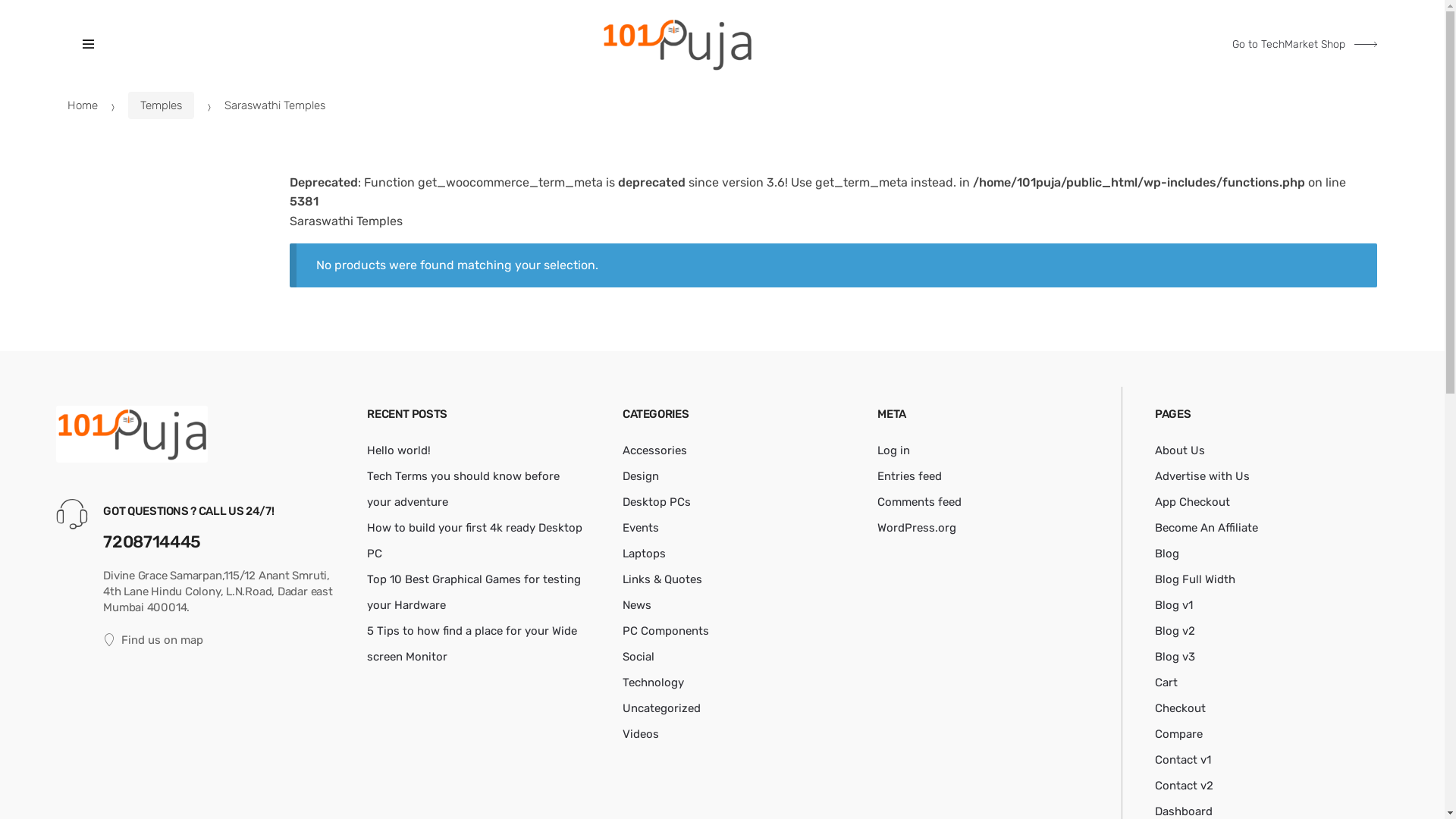 Image resolution: width=1456 pixels, height=819 pixels. I want to click on 'Hello world!', so click(367, 450).